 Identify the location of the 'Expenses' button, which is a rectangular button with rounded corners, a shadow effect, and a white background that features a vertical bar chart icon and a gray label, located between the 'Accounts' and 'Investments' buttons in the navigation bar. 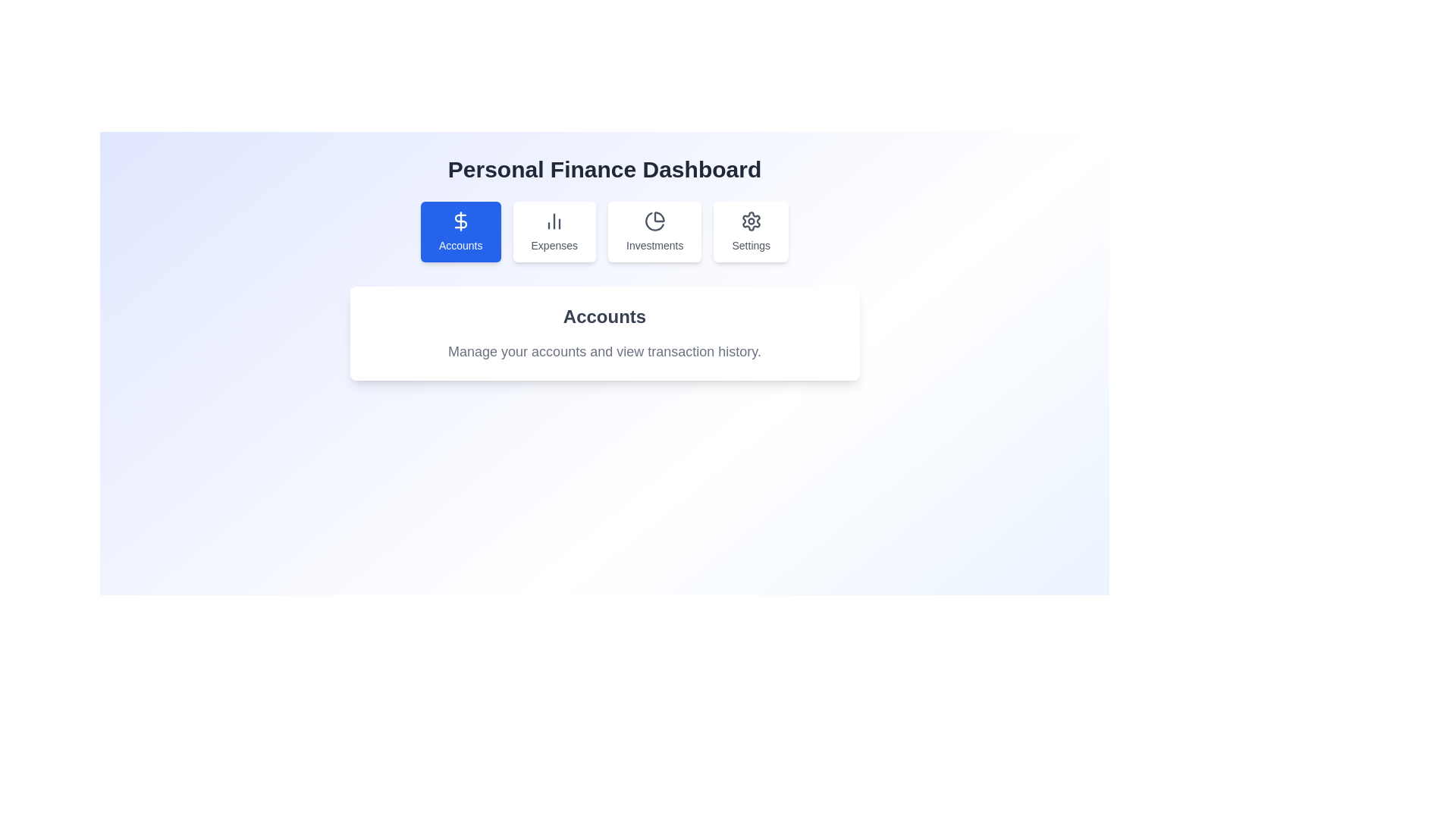
(554, 231).